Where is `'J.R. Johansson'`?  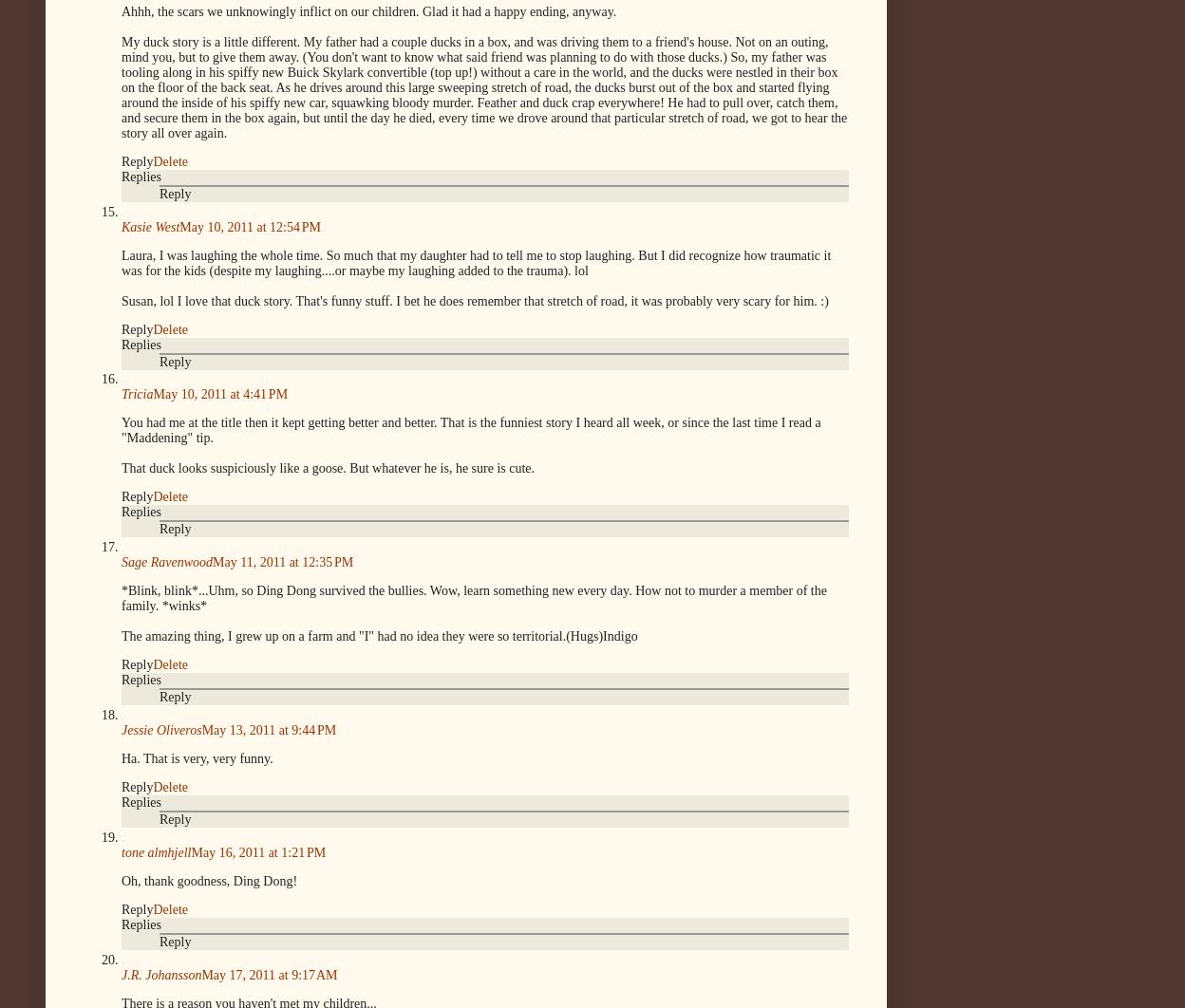 'J.R. Johansson' is located at coordinates (122, 973).